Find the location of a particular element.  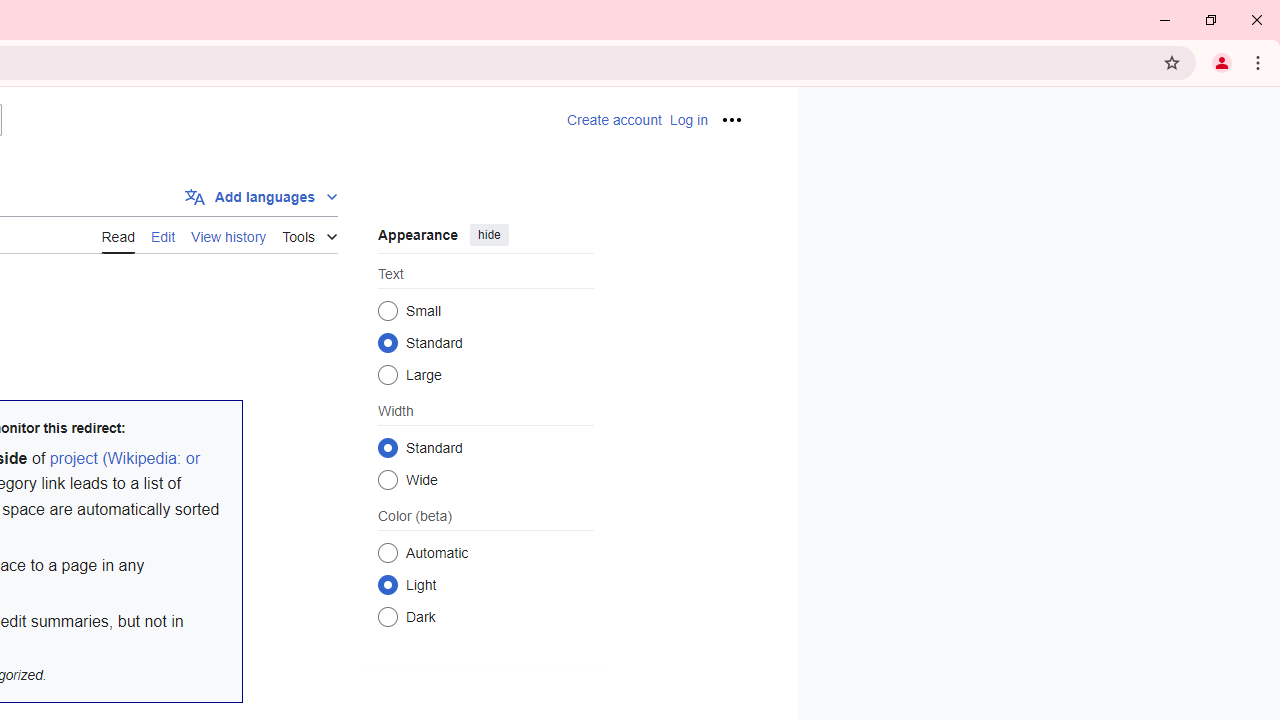

'Wide' is located at coordinates (387, 479).